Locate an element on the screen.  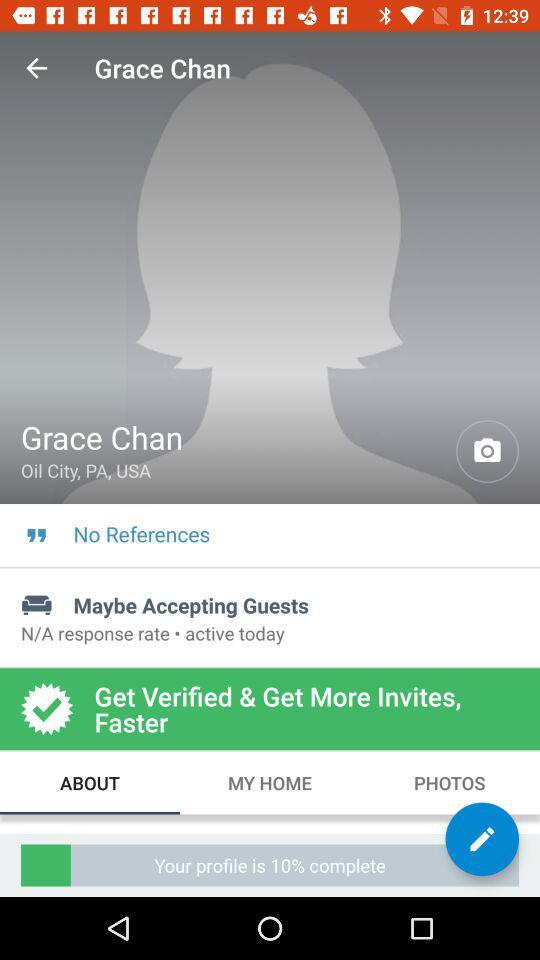
item below photos icon is located at coordinates (481, 839).